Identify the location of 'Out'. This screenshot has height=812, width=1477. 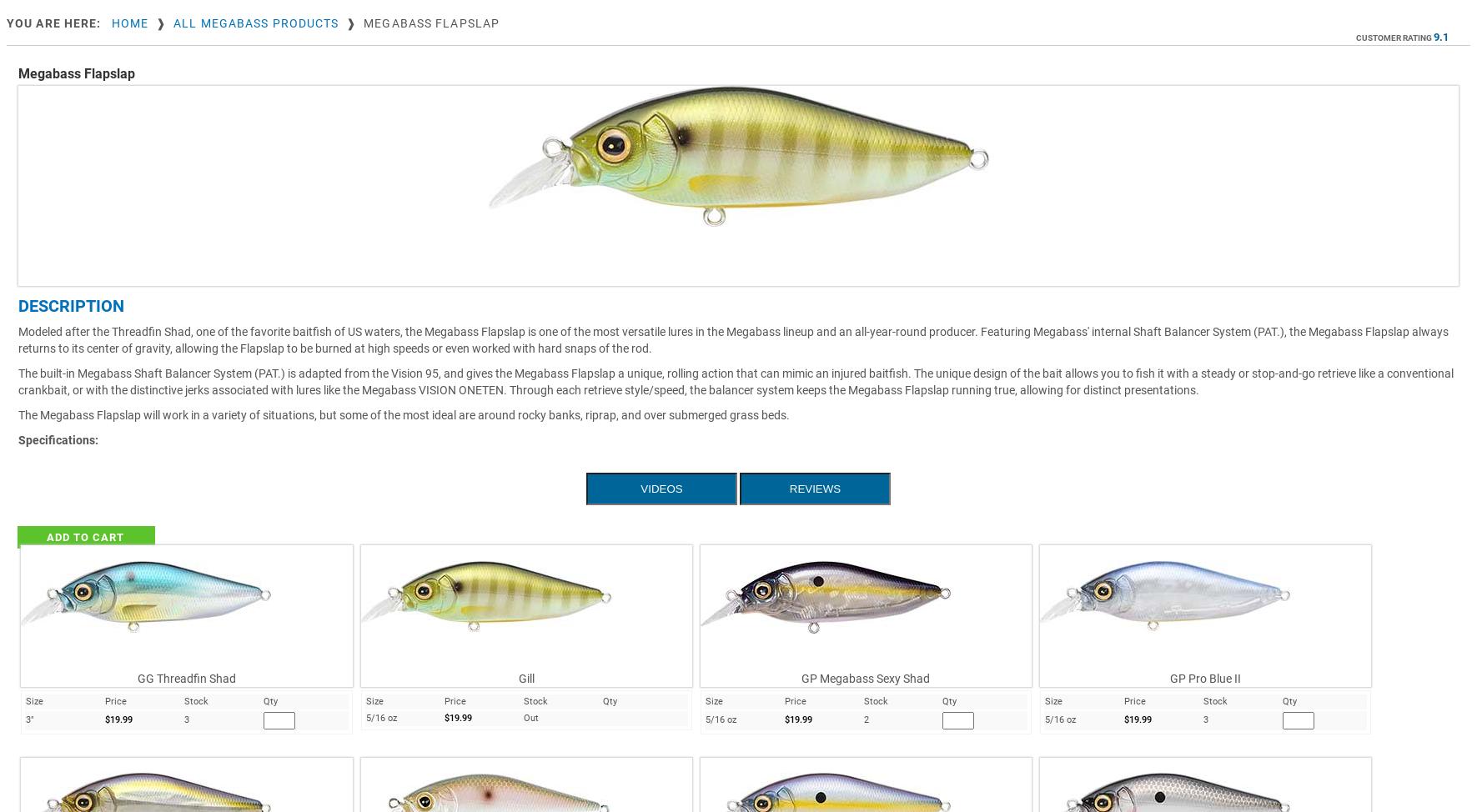
(522, 717).